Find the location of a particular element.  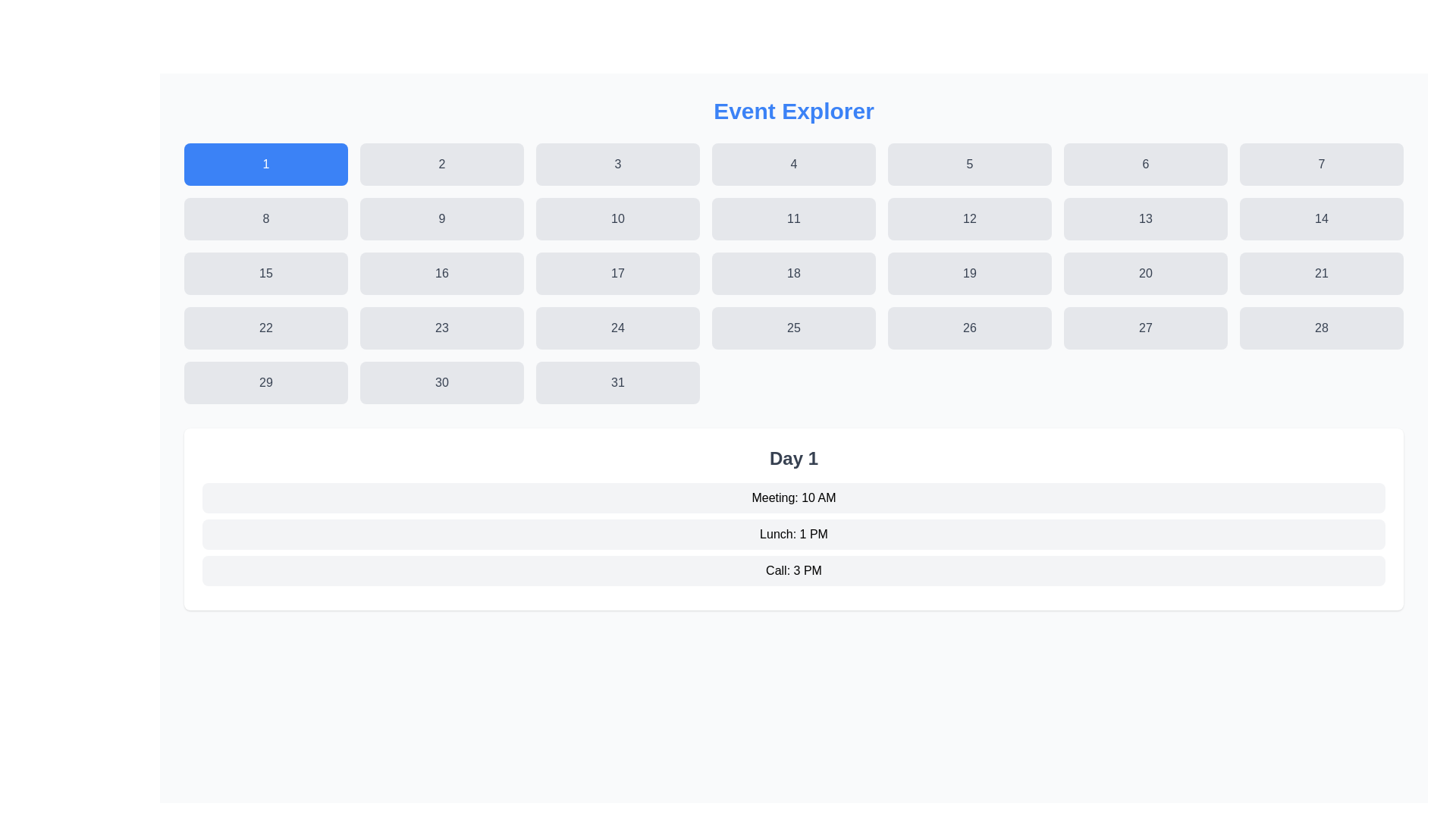

the button labeled '5', which is a rectangular button with soft, rounded edges and a light gray background is located at coordinates (968, 164).